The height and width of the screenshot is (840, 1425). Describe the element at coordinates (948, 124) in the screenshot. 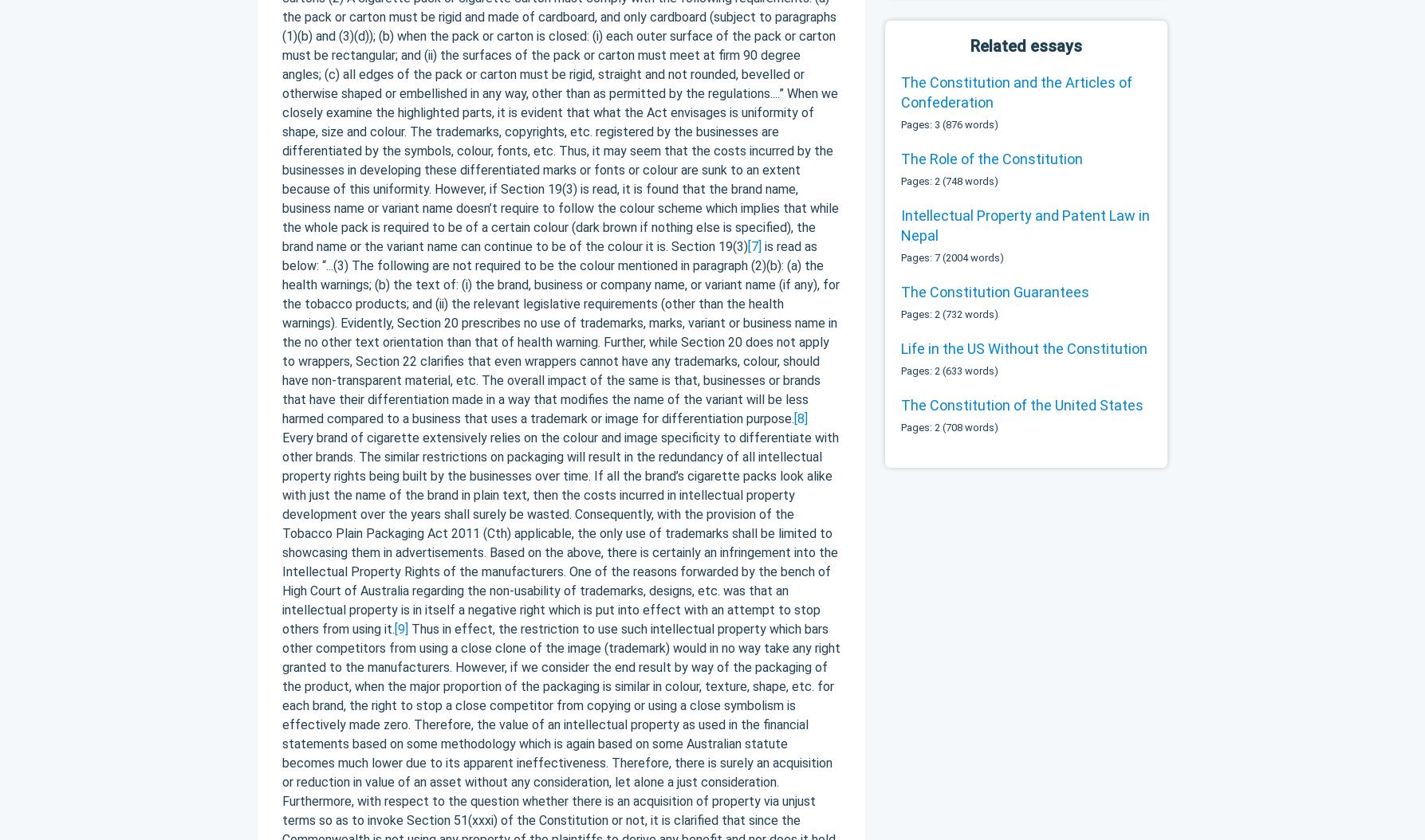

I see `'Pages: 3 (876 words)'` at that location.